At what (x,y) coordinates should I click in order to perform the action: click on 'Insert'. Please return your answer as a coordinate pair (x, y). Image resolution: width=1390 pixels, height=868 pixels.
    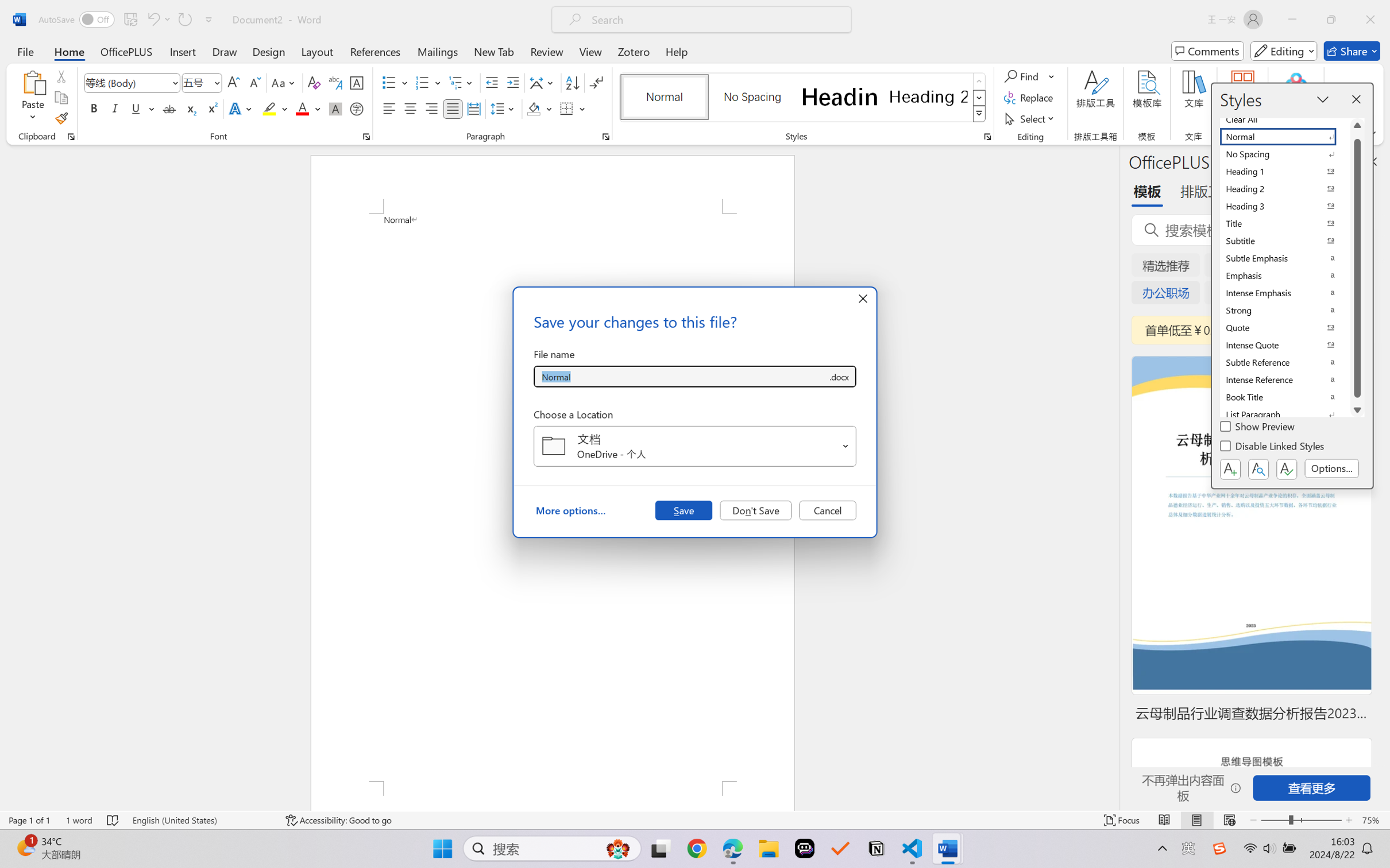
    Looking at the image, I should click on (182, 51).